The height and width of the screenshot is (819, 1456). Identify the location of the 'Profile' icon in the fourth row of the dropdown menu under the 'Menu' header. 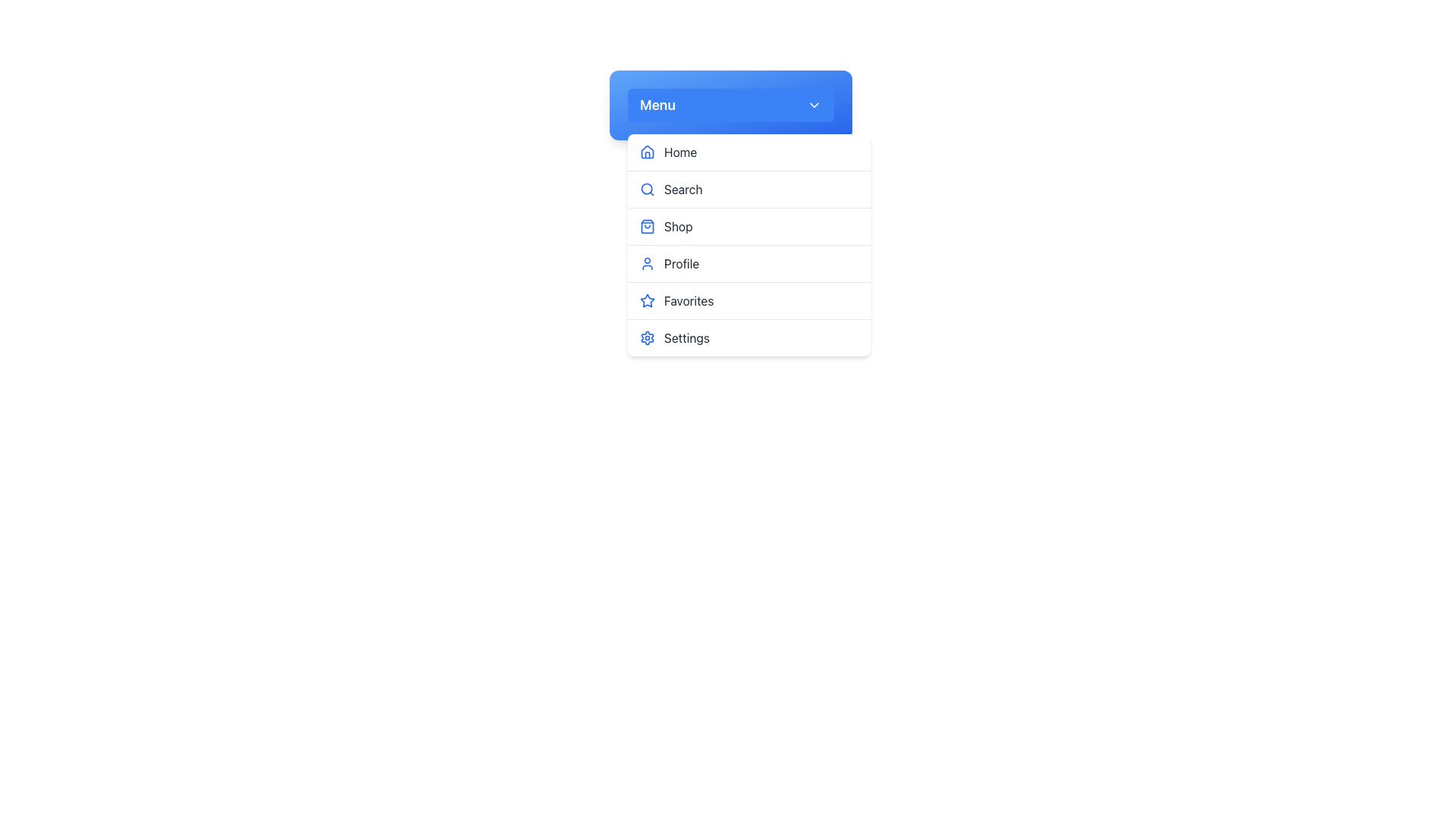
(648, 262).